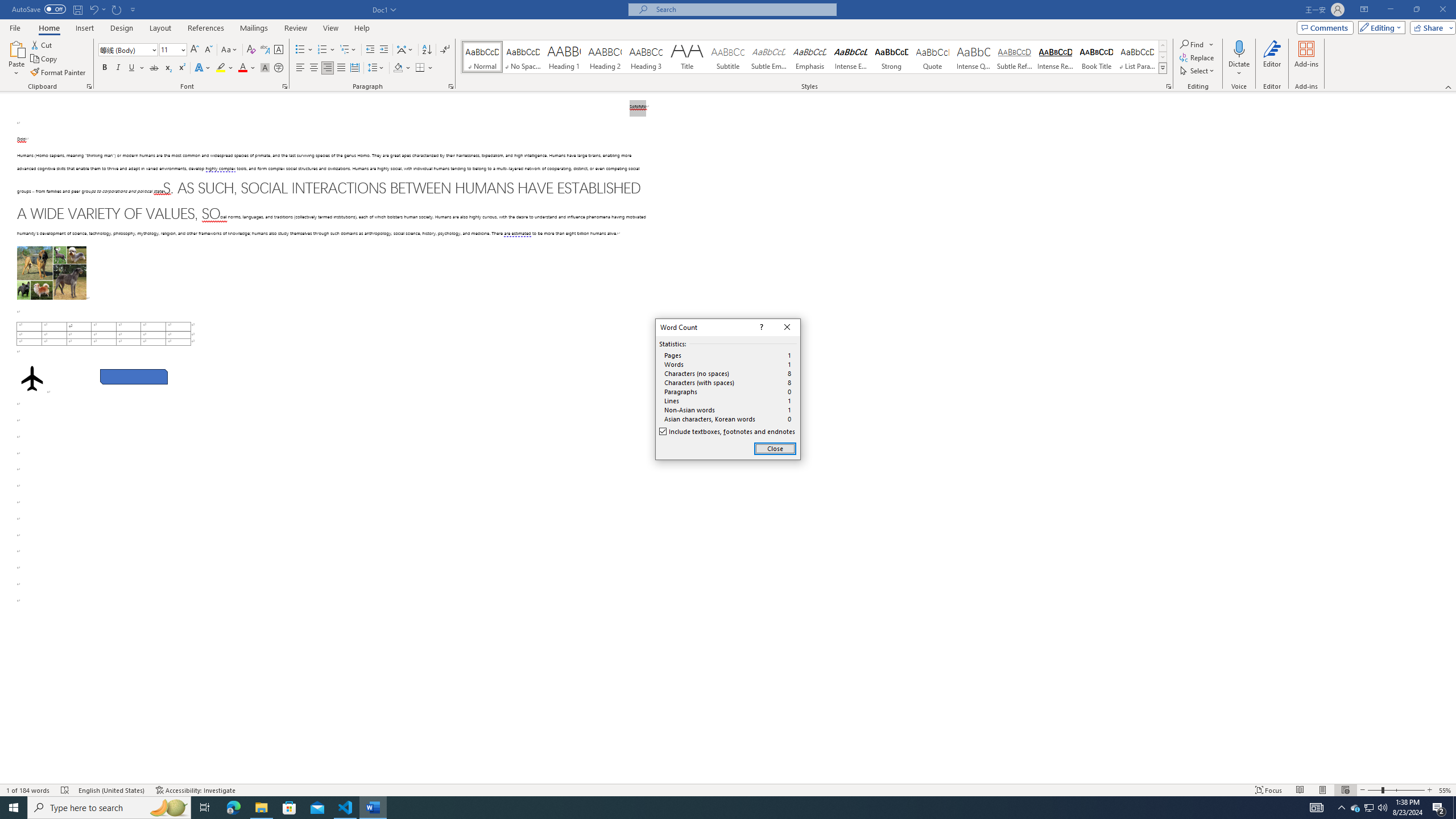 This screenshot has height=819, width=1456. Describe the element at coordinates (760, 327) in the screenshot. I see `'Context help'` at that location.